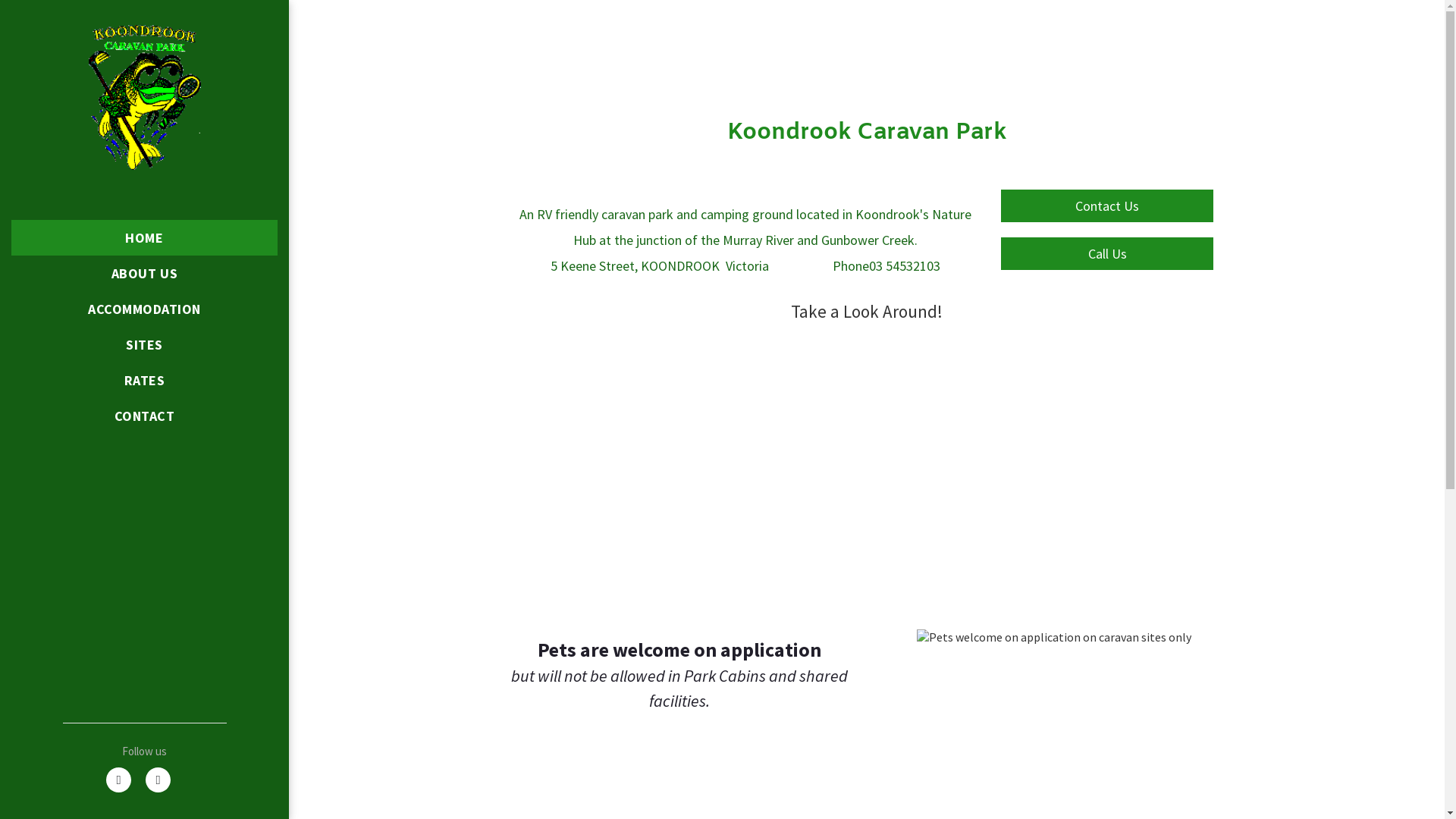  Describe the element at coordinates (144, 344) in the screenshot. I see `'SITES'` at that location.